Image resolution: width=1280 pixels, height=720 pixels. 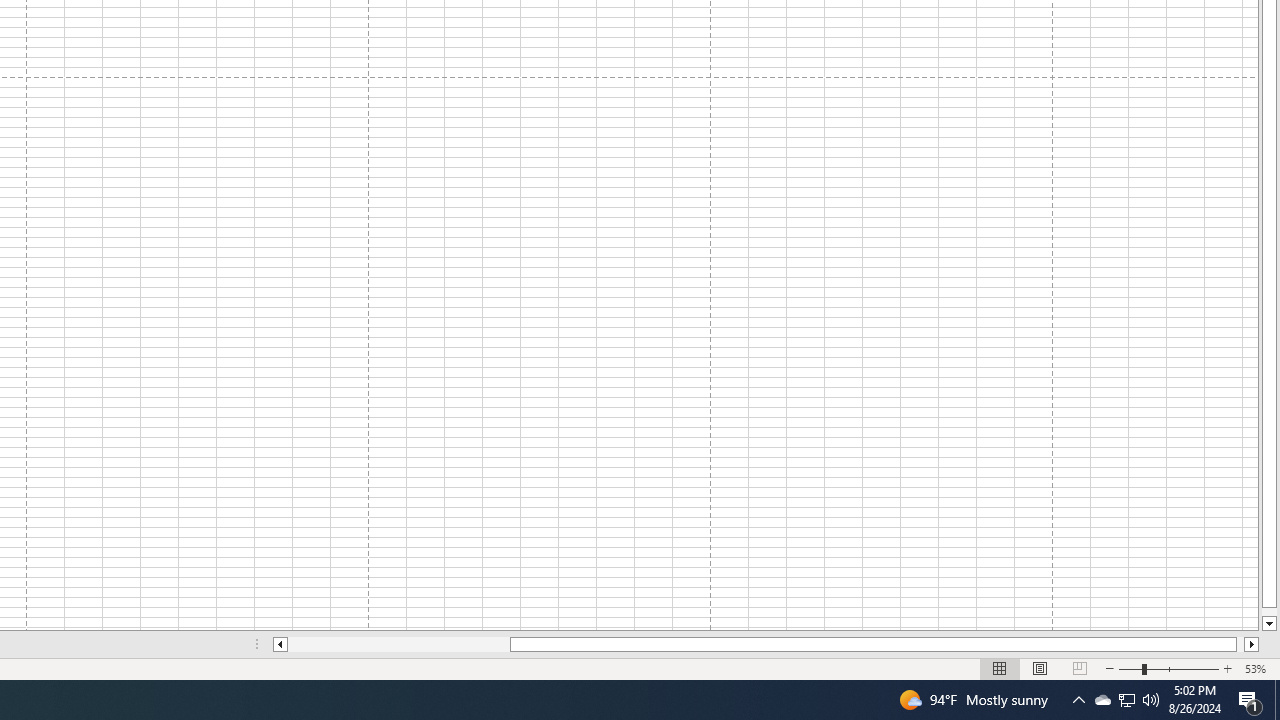 What do you see at coordinates (1000, 669) in the screenshot?
I see `'Normal'` at bounding box center [1000, 669].